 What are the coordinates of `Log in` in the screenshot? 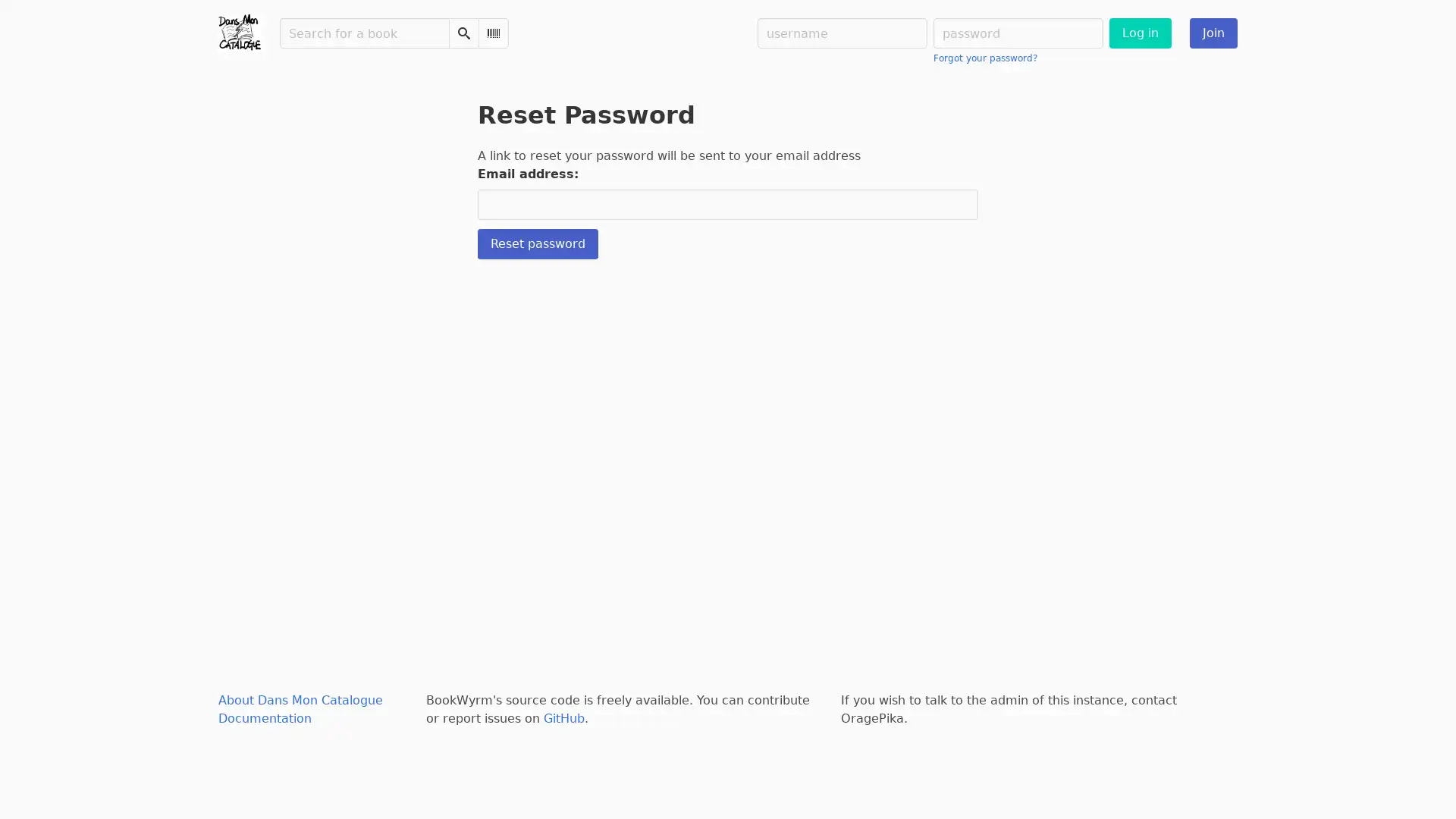 It's located at (1140, 33).